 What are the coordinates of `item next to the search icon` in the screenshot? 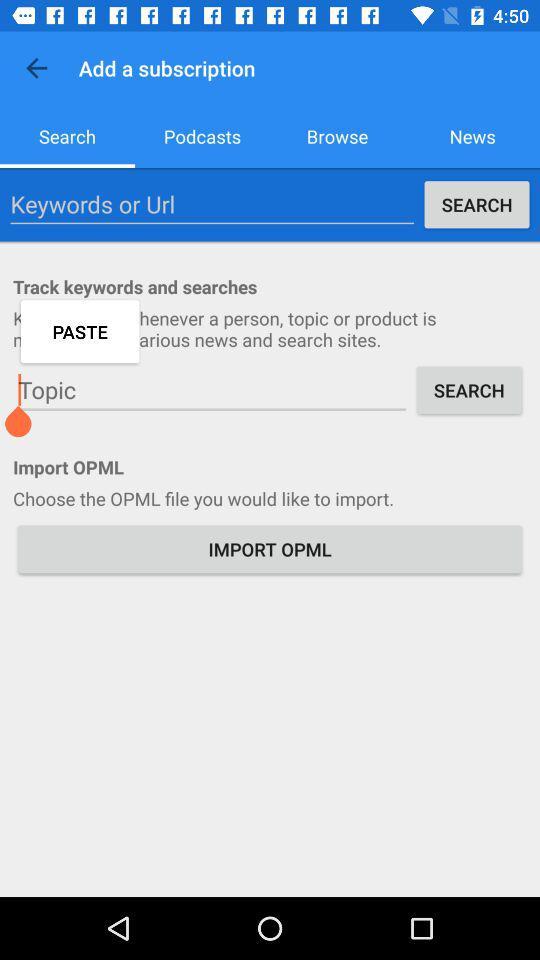 It's located at (211, 389).